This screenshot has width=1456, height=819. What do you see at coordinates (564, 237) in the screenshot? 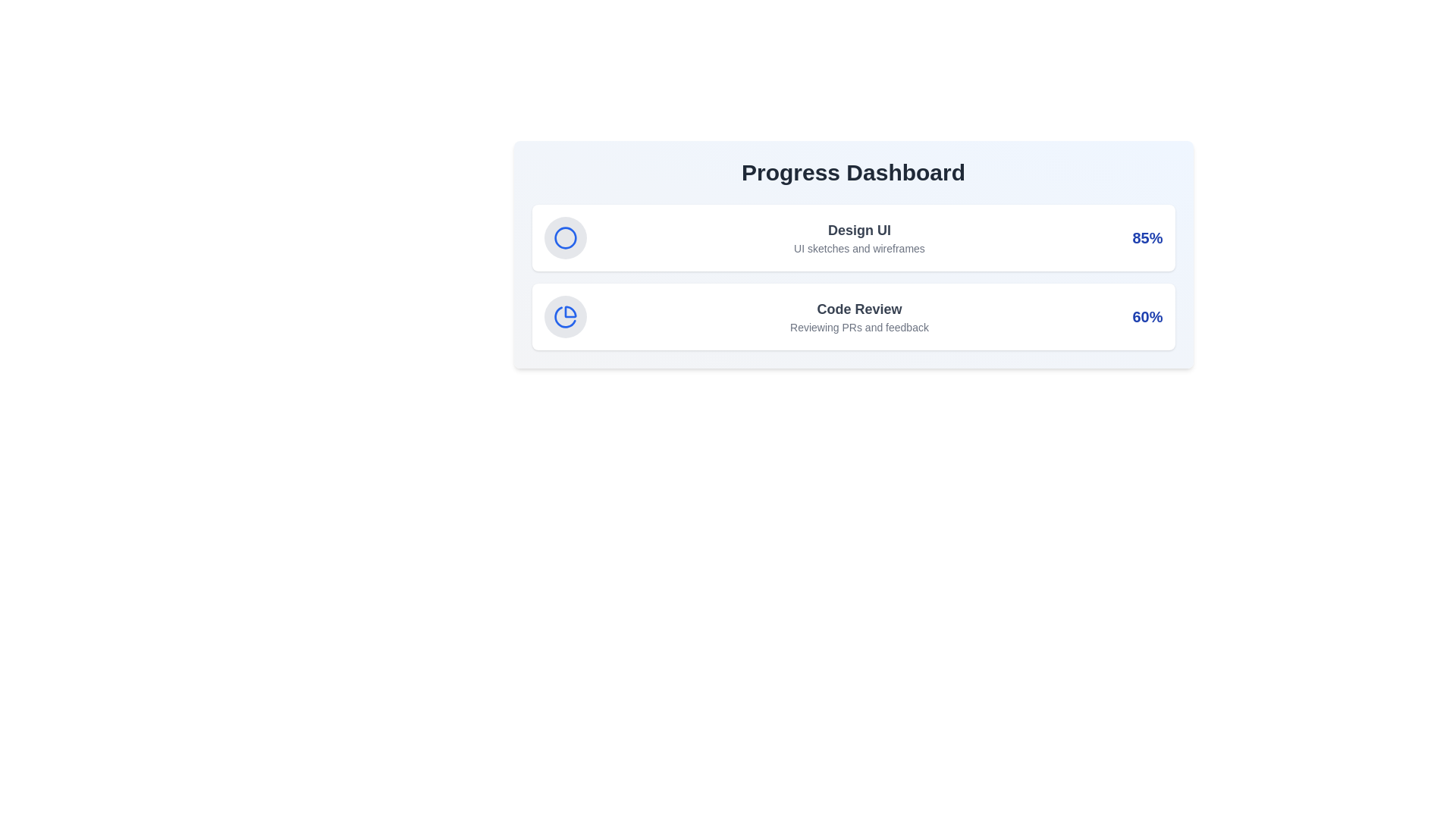
I see `the Icon that visually represents the 'Design UI' entry, located to the left of the 'Design UI' text label` at bounding box center [564, 237].